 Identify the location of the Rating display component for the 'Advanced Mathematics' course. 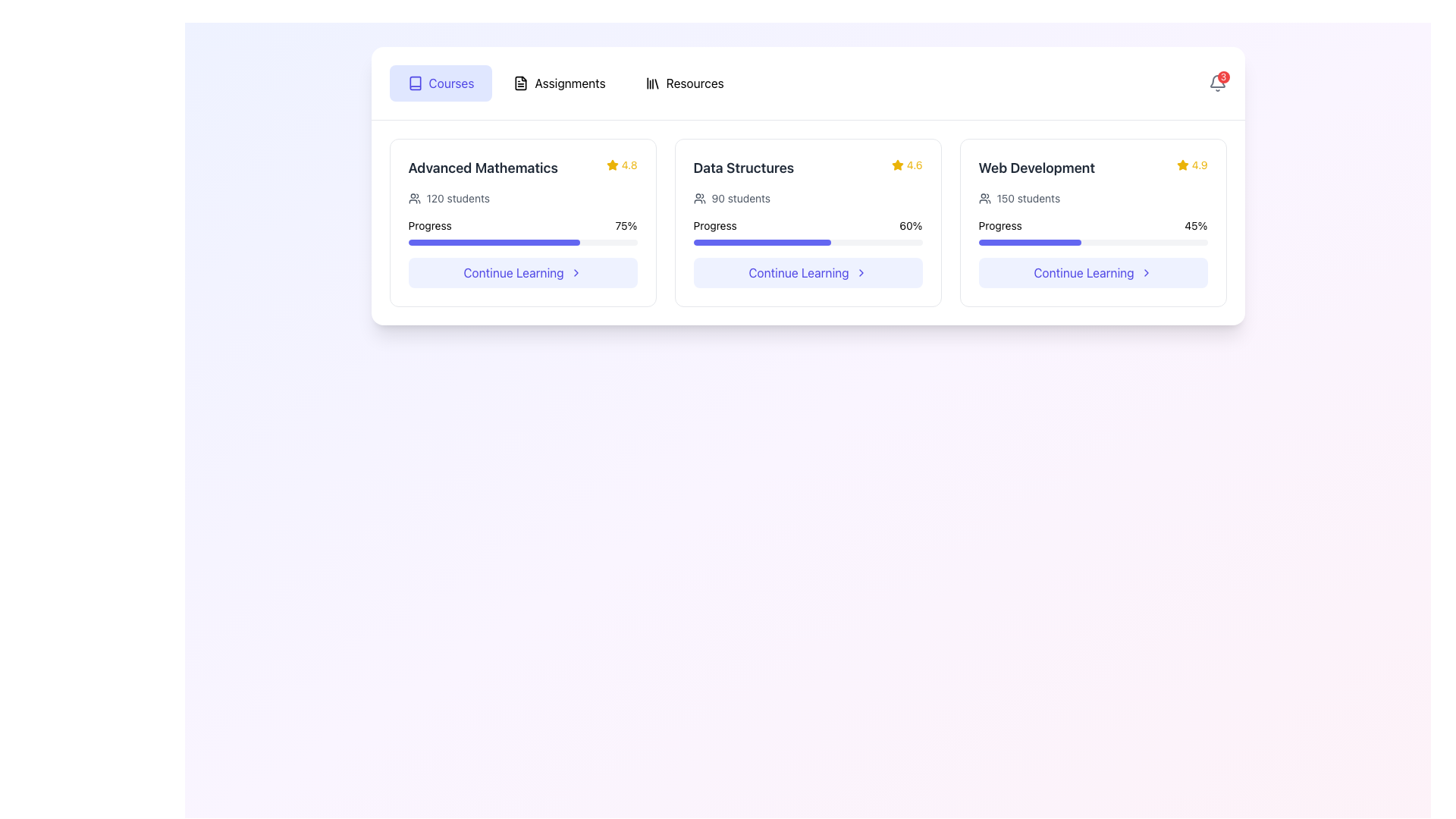
(622, 165).